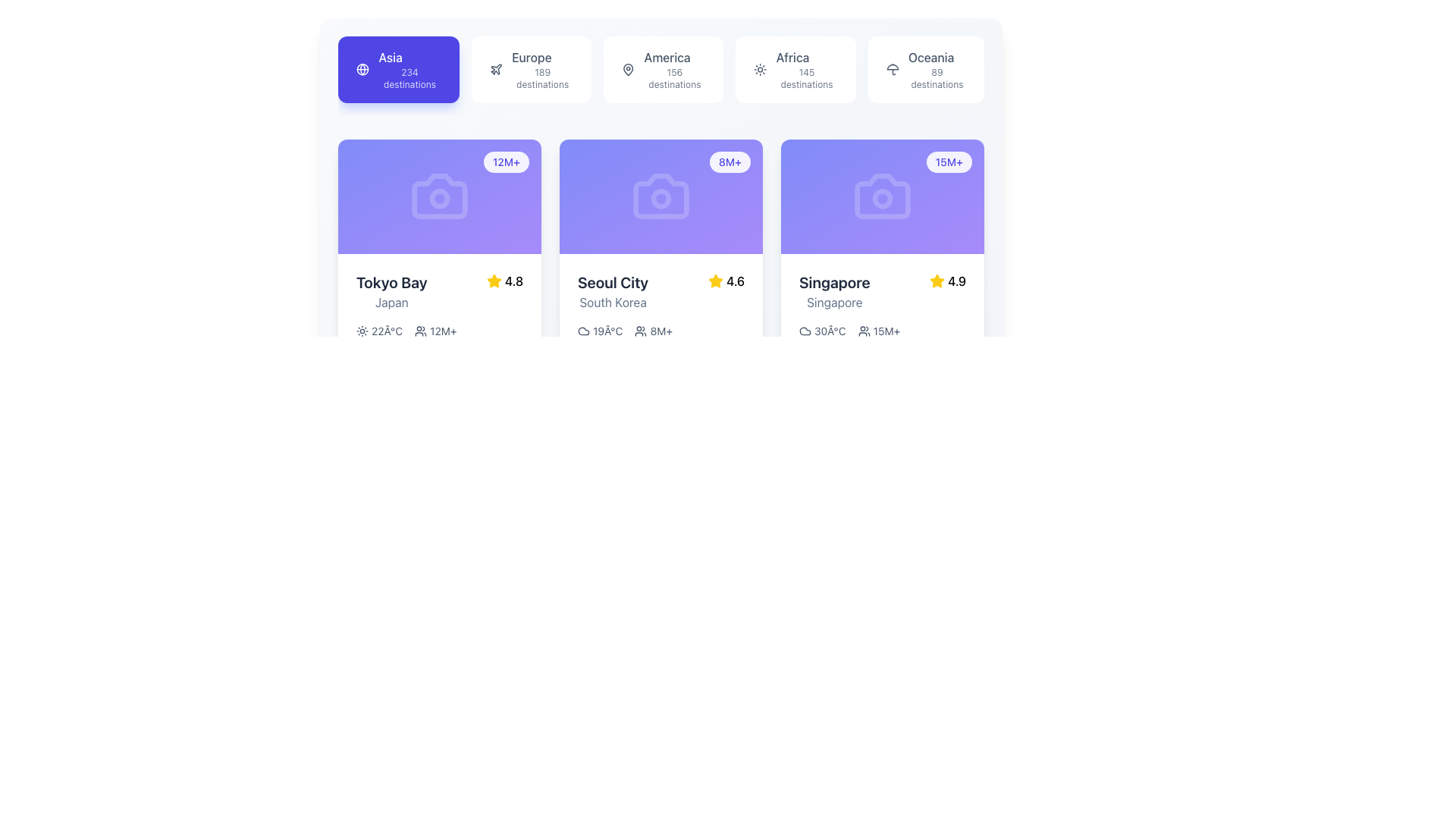 The height and width of the screenshot is (819, 1456). Describe the element at coordinates (886, 330) in the screenshot. I see `the text label indicating the number of users or visitors at the bottom right corner of the 'Singapore' card` at that location.